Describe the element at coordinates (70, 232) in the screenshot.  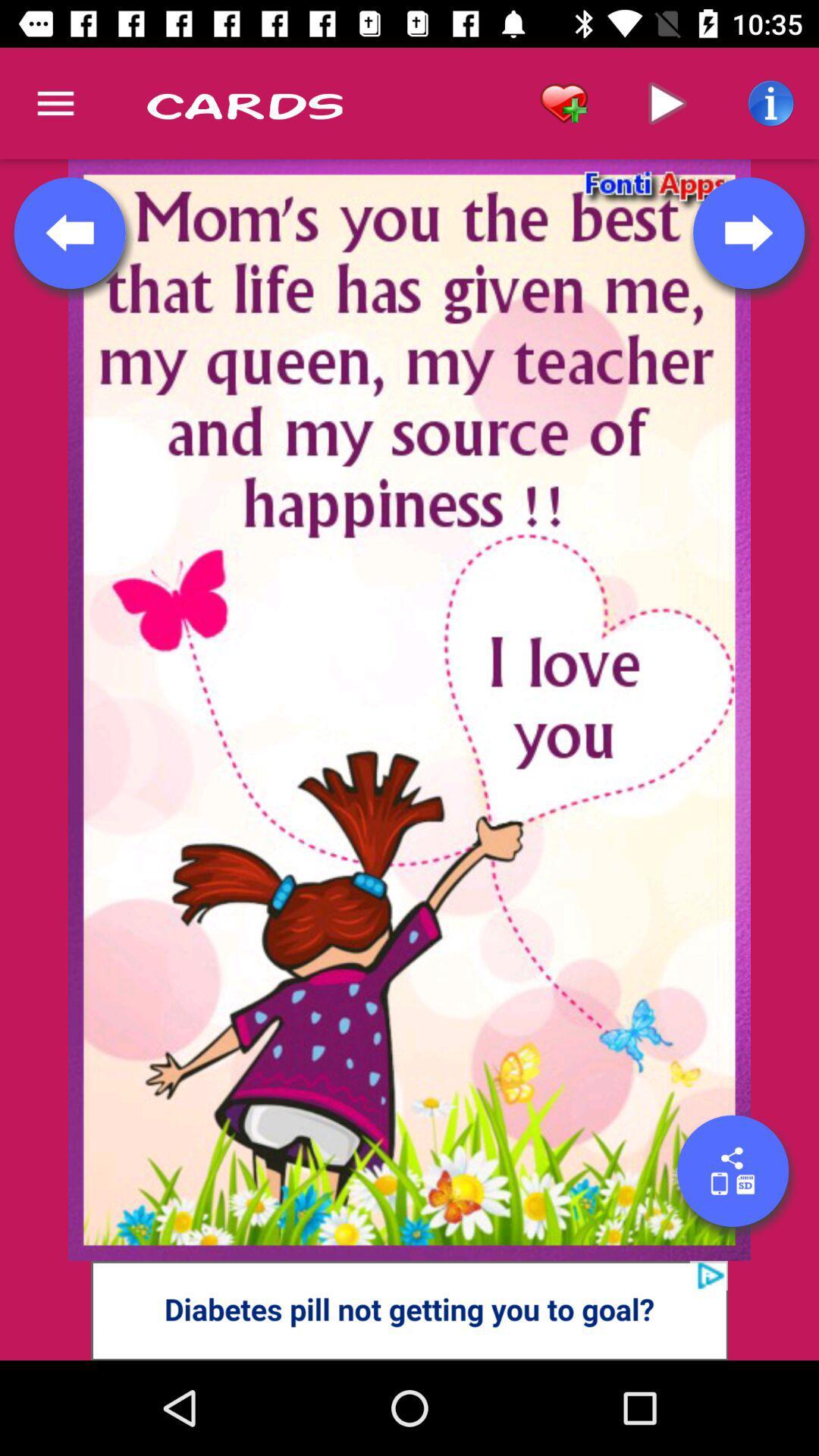
I see `go back` at that location.